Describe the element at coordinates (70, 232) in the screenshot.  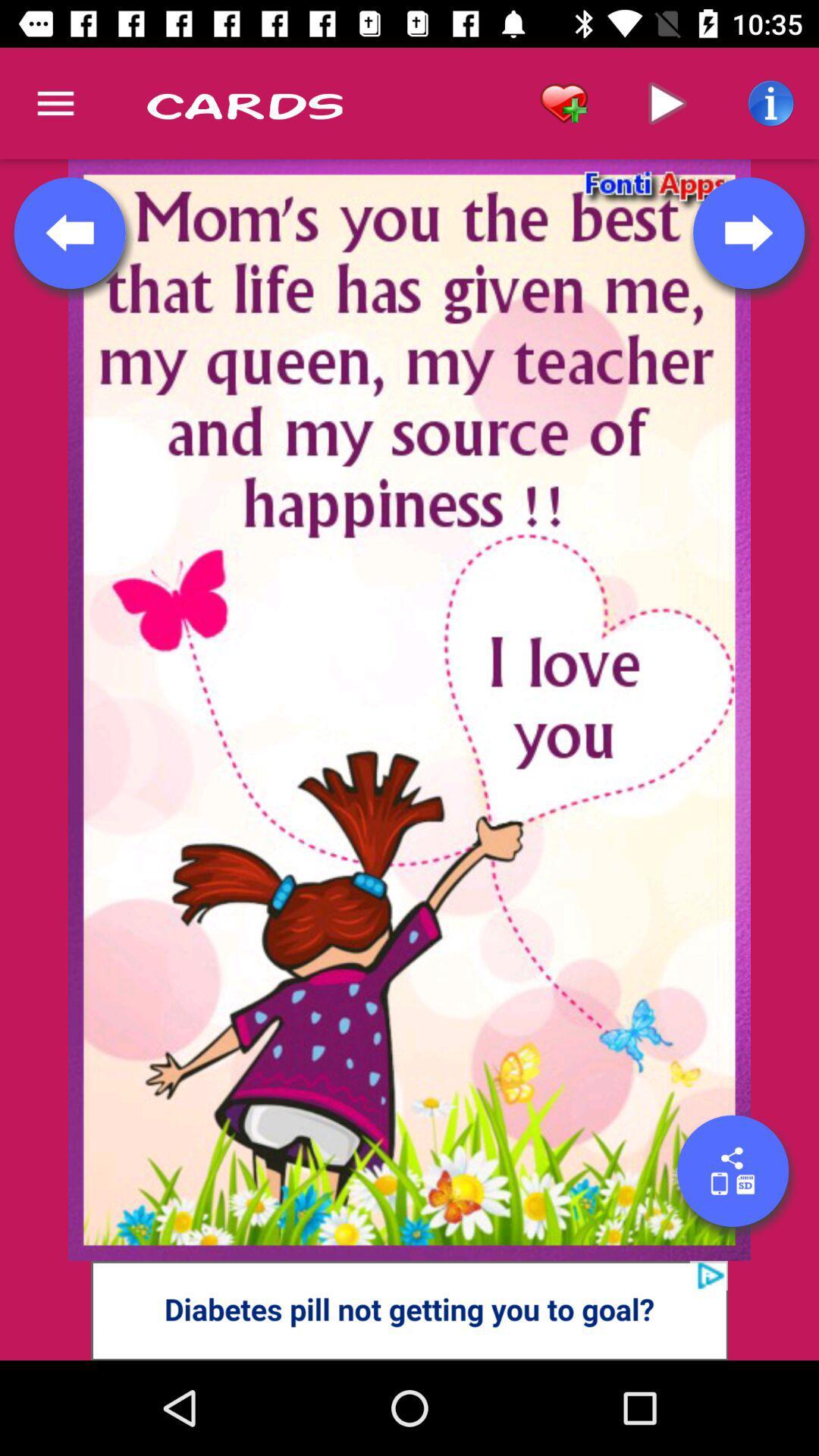
I see `go back` at that location.